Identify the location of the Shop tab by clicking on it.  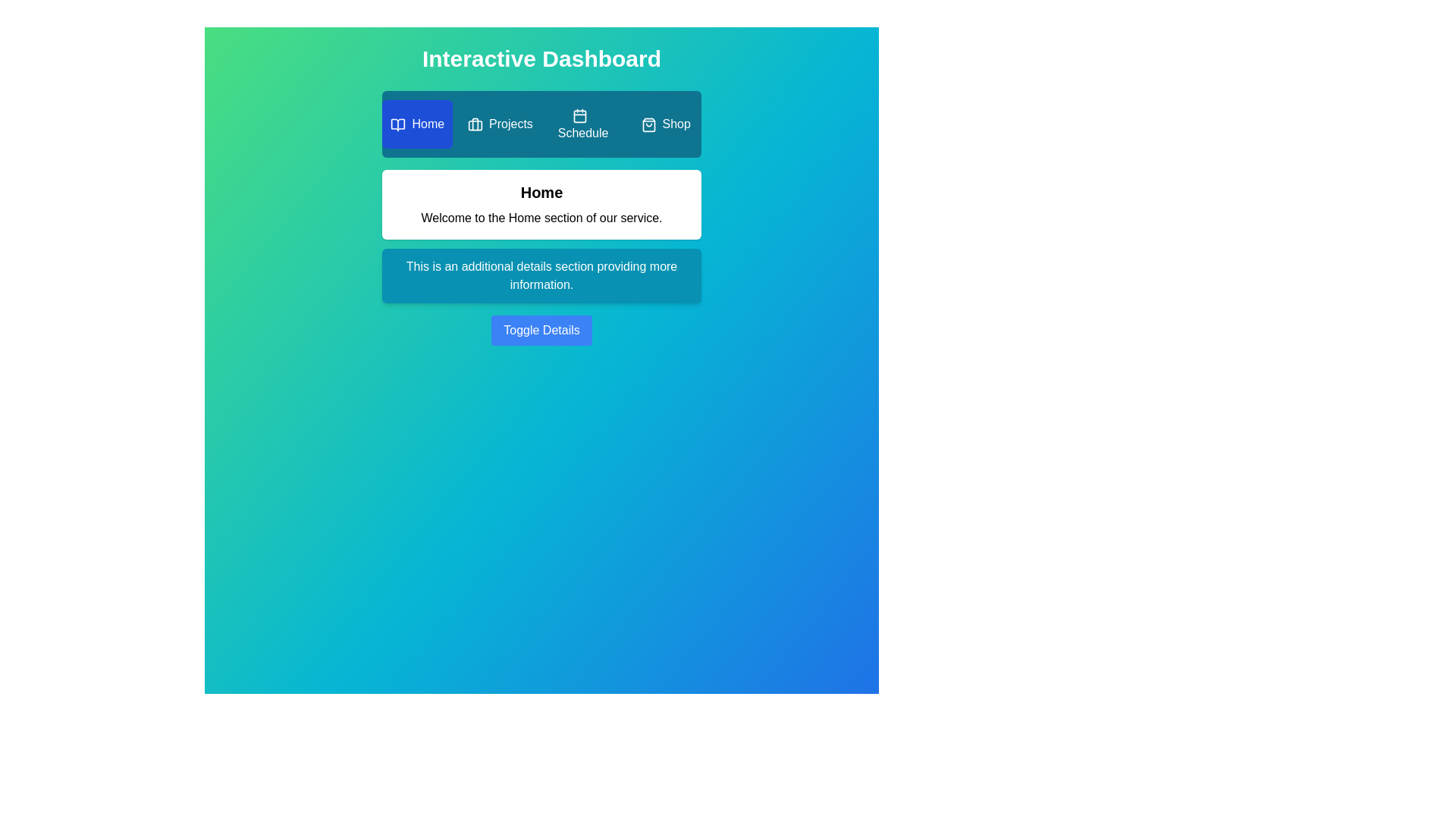
(666, 124).